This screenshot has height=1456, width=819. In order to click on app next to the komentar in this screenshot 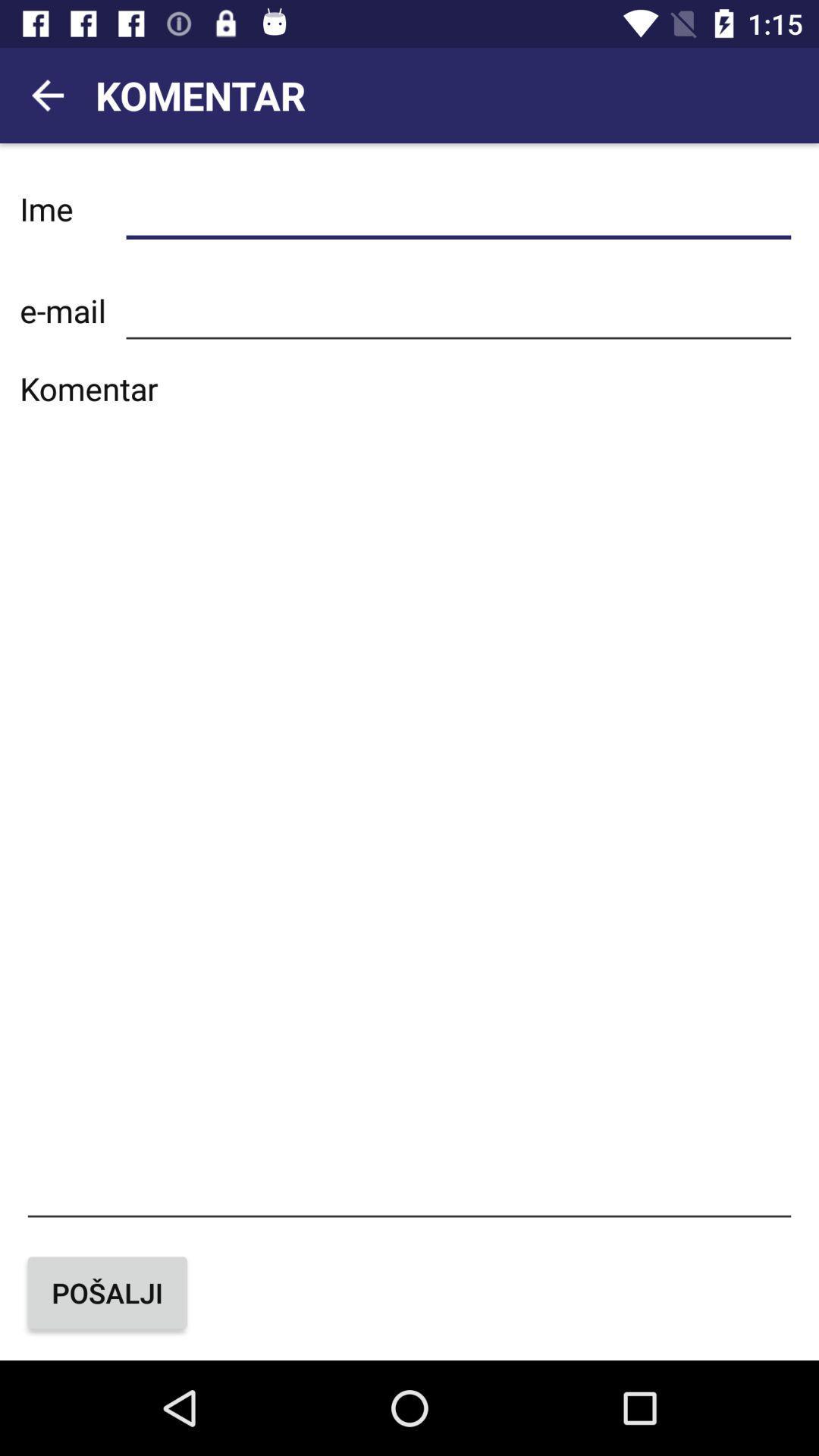, I will do `click(46, 94)`.